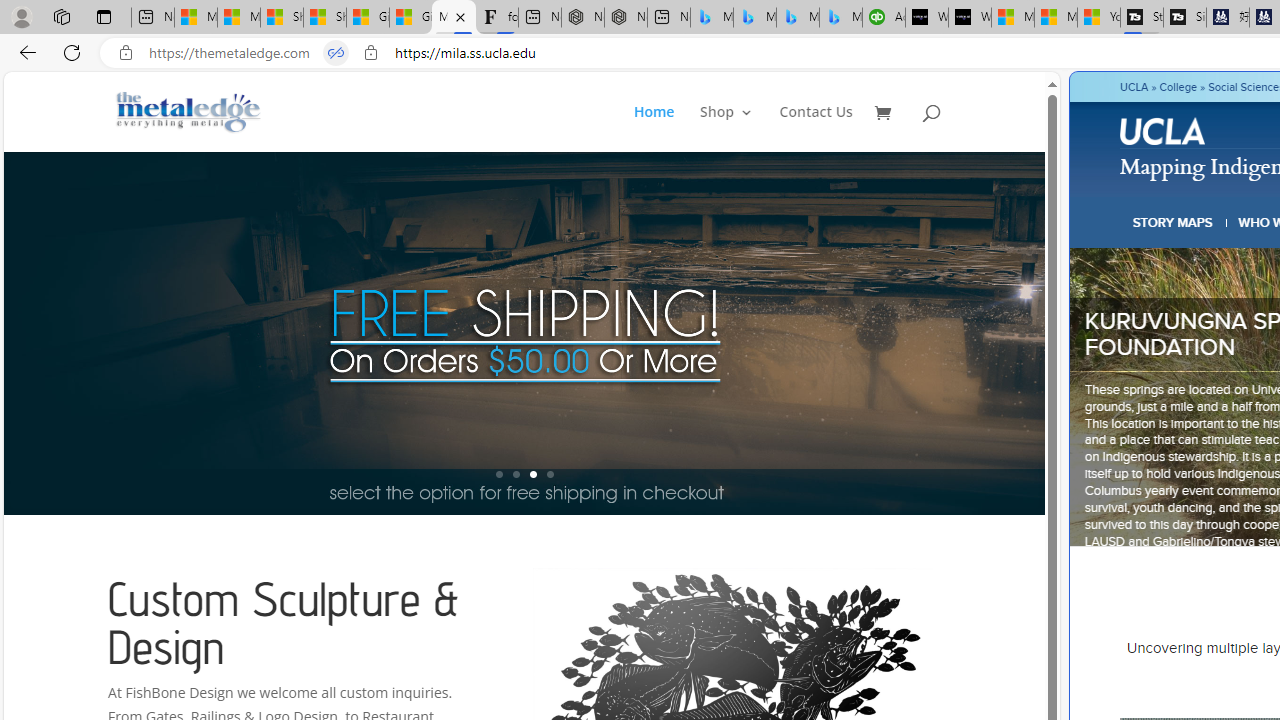  What do you see at coordinates (189, 111) in the screenshot?
I see `'Metal Fish Sculptures & Metal Designs'` at bounding box center [189, 111].